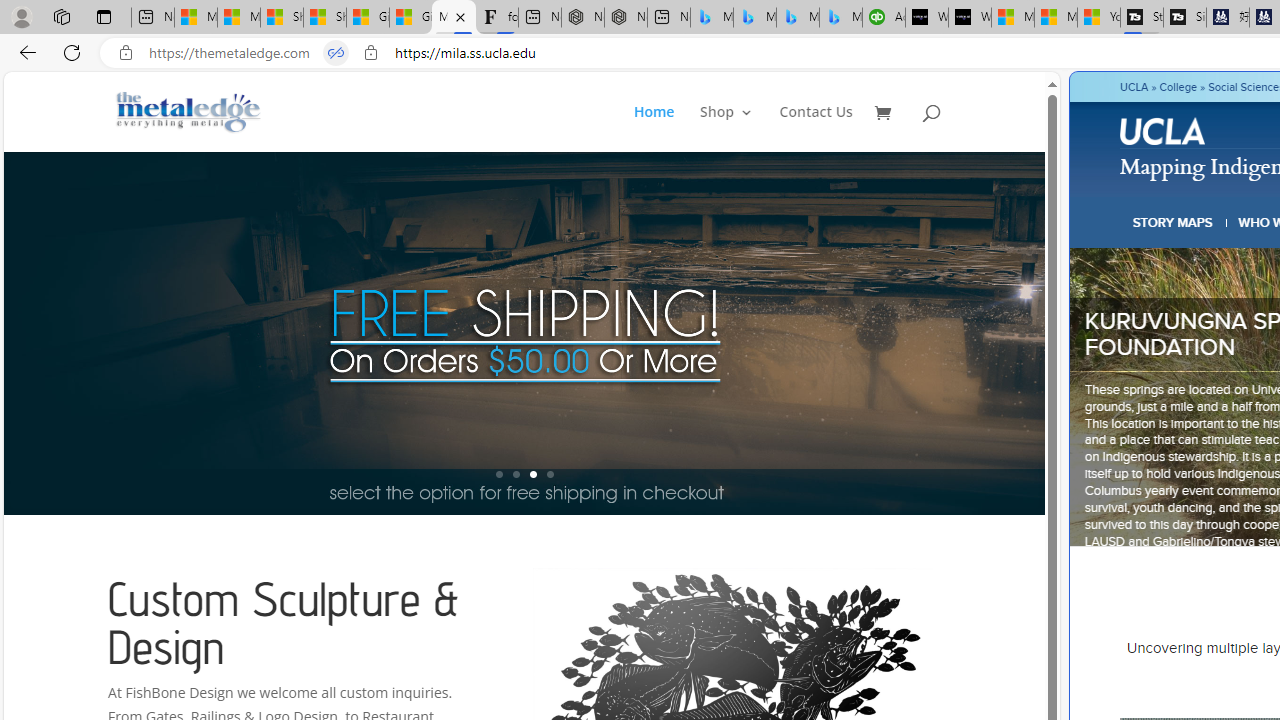  What do you see at coordinates (189, 111) in the screenshot?
I see `'Metal Fish Sculptures & Metal Designs'` at bounding box center [189, 111].